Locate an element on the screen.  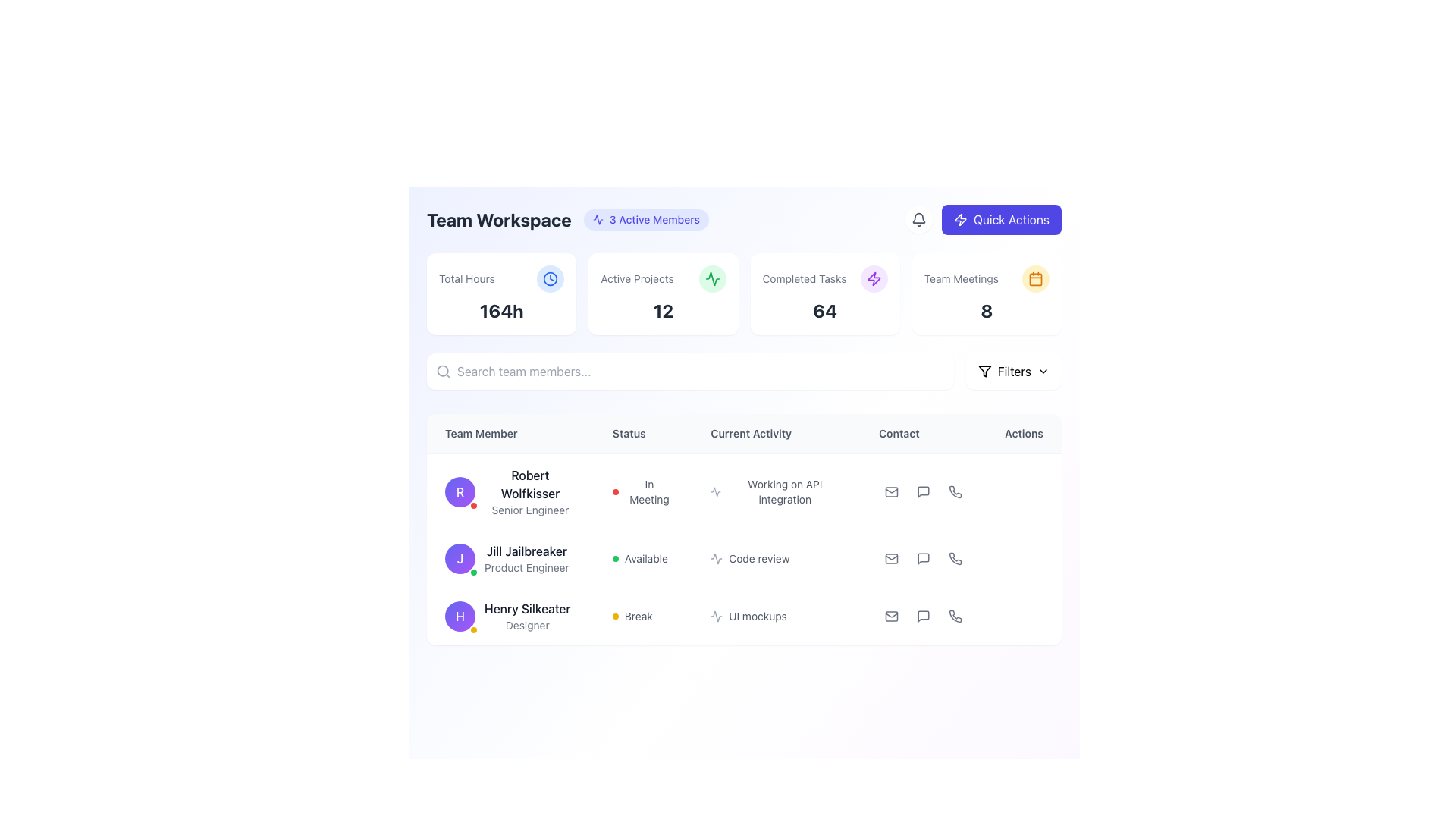
text label 'Active Projects' located in the second tile from the left of the top row, styled with a small font size and grey color, situated above the count of active projects is located at coordinates (637, 278).